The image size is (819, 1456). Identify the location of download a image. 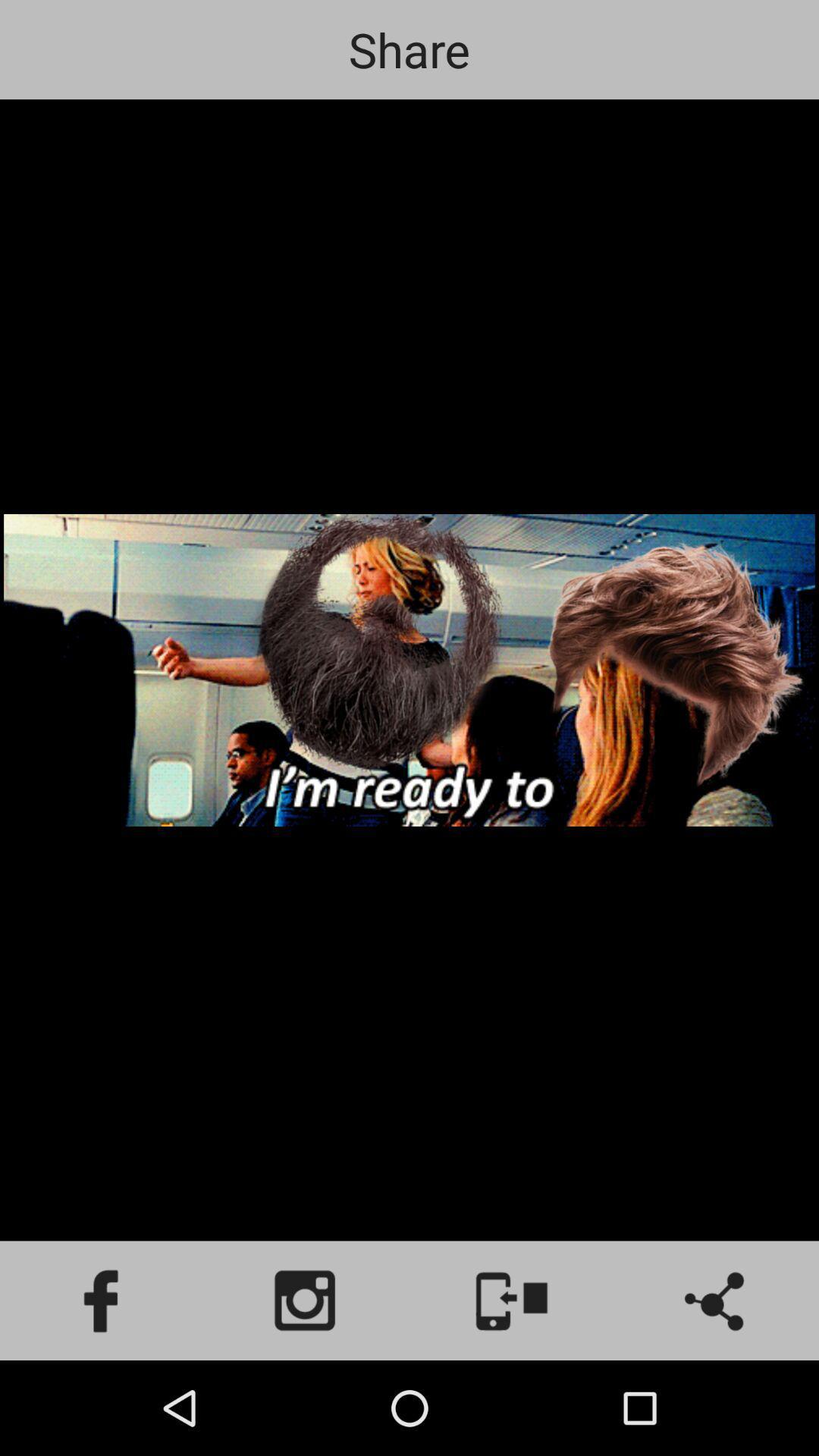
(512, 1300).